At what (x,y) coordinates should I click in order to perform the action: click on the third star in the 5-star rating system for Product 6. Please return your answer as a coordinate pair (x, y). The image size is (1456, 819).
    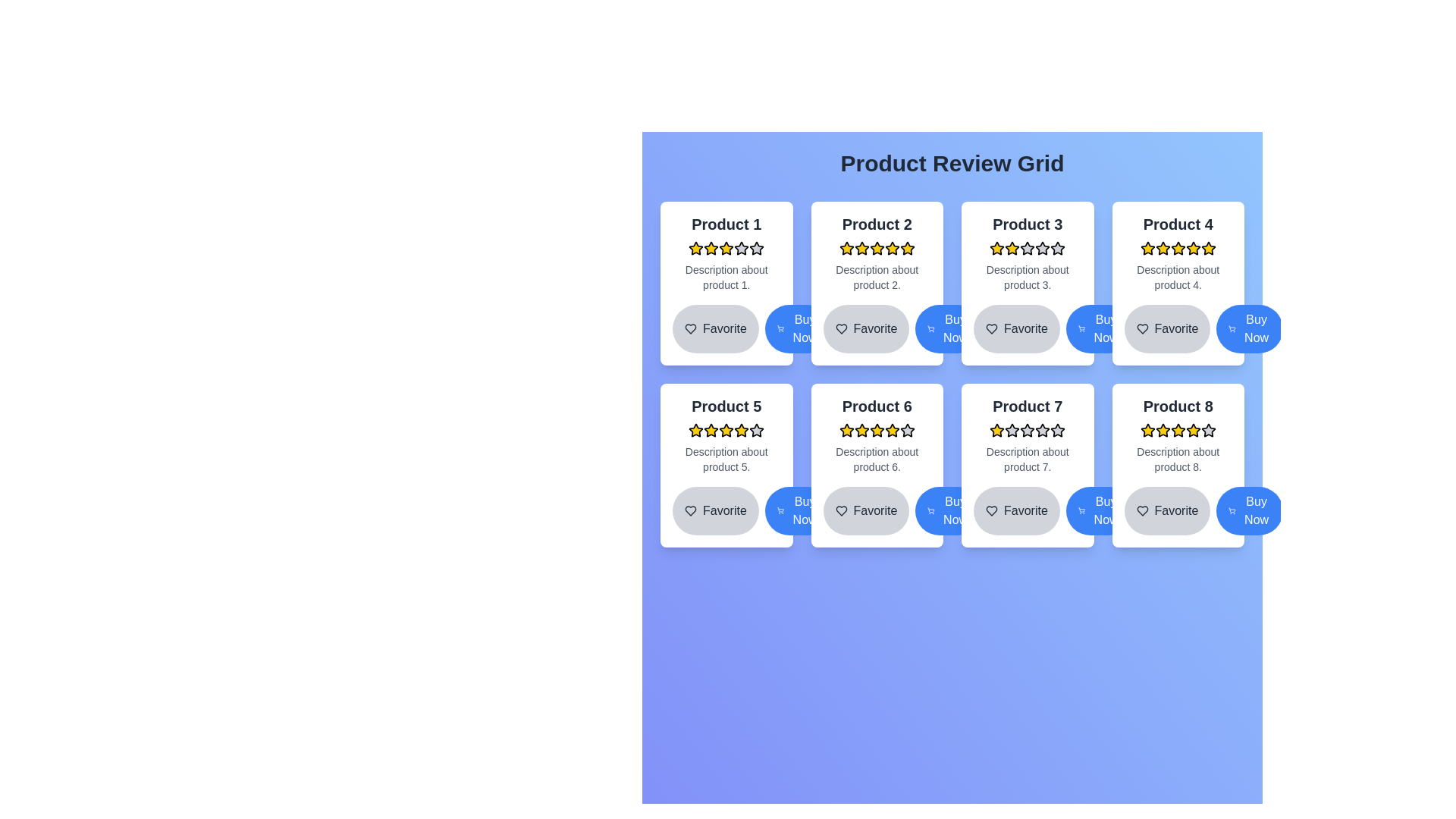
    Looking at the image, I should click on (861, 430).